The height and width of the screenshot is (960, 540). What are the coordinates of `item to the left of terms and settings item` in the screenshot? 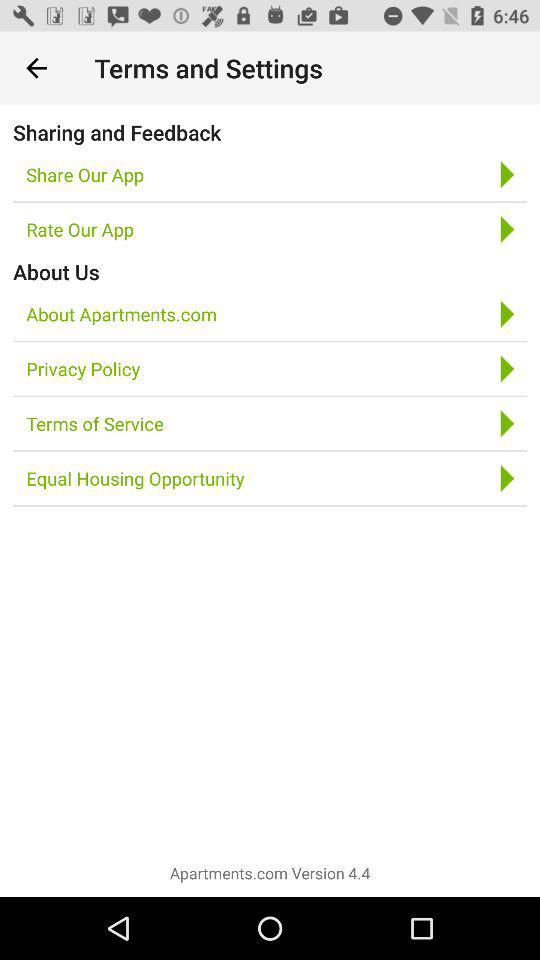 It's located at (36, 68).